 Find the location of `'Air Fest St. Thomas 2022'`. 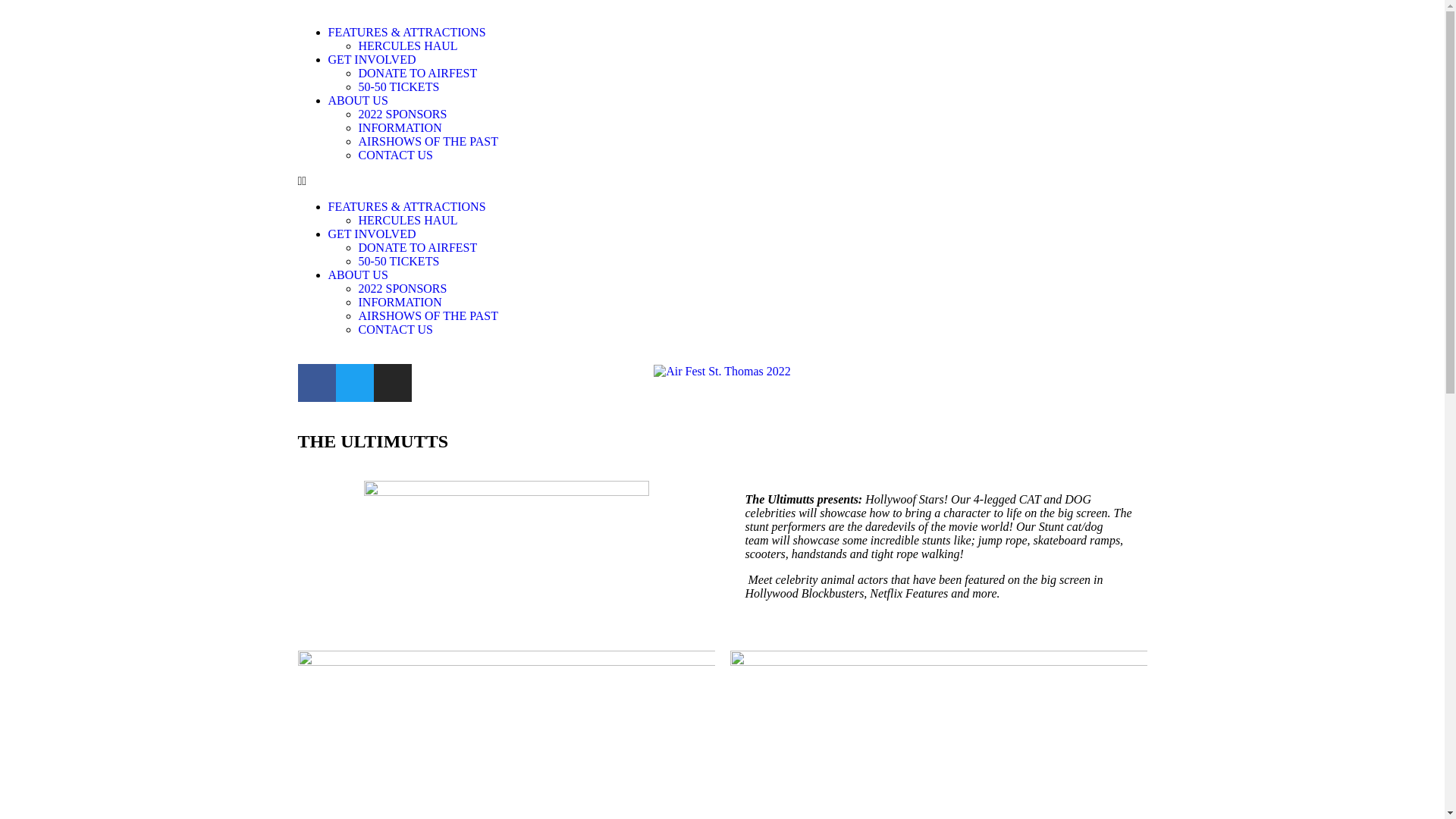

'Air Fest St. Thomas 2022' is located at coordinates (721, 371).